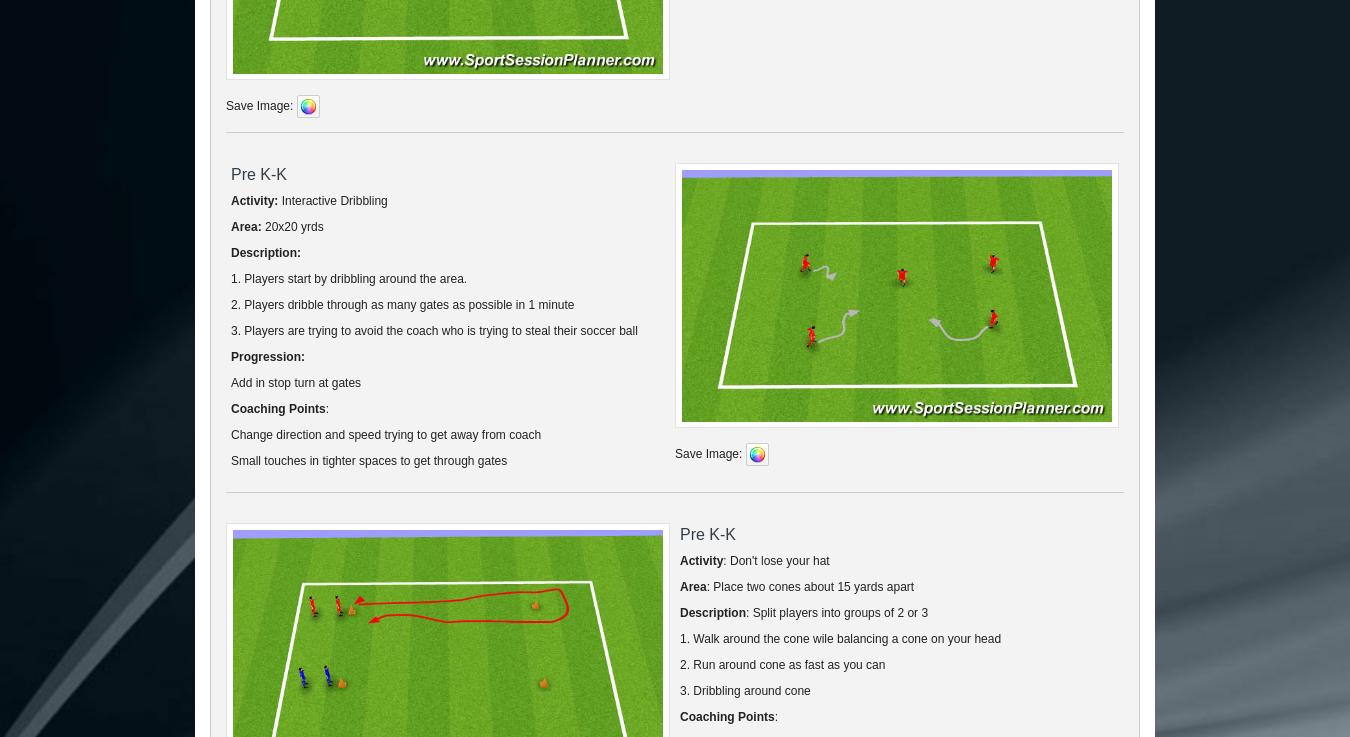 The width and height of the screenshot is (1350, 737). Describe the element at coordinates (691, 586) in the screenshot. I see `'Area'` at that location.